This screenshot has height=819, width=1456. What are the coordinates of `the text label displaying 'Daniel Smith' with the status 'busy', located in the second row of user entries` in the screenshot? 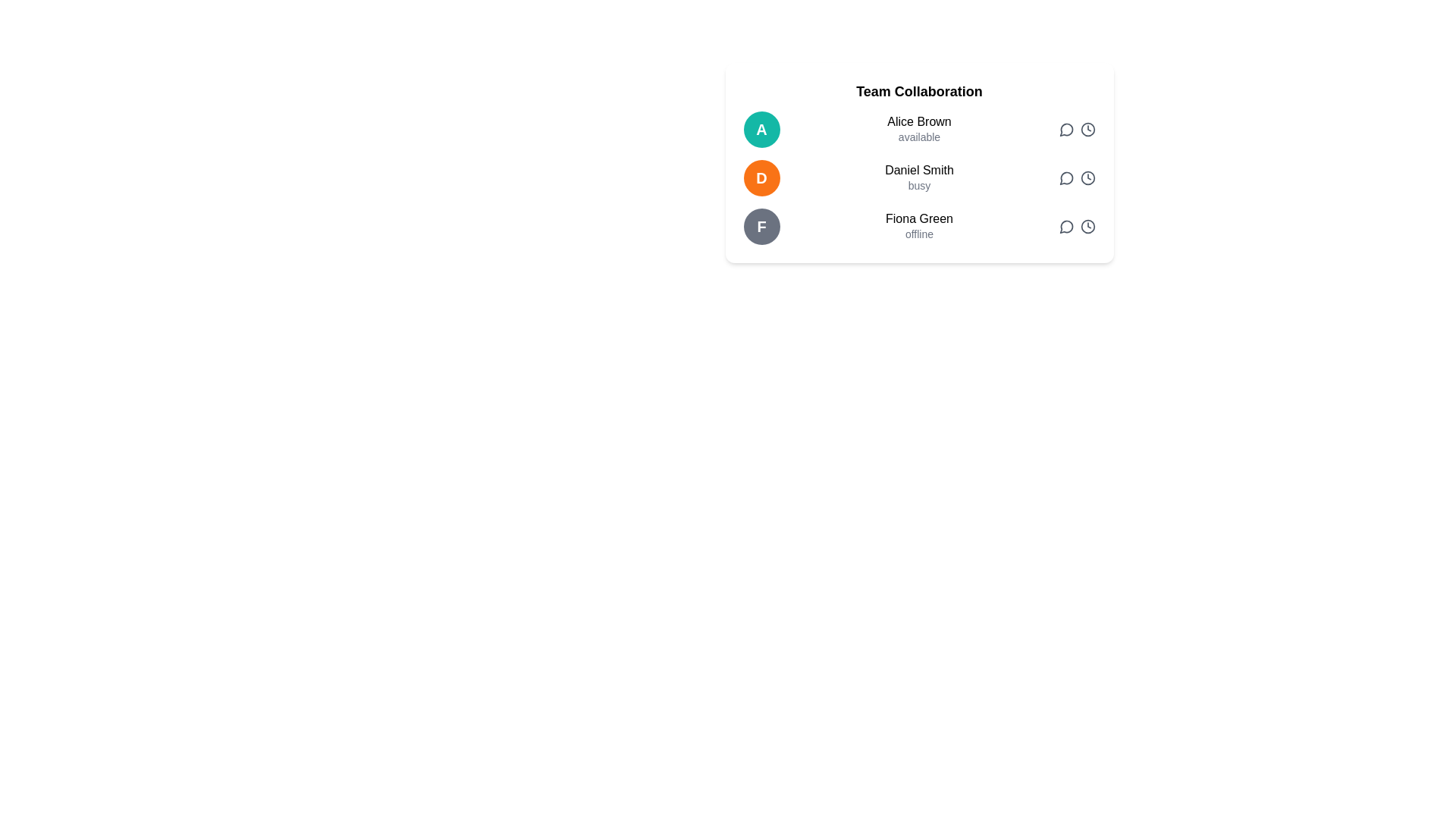 It's located at (918, 177).